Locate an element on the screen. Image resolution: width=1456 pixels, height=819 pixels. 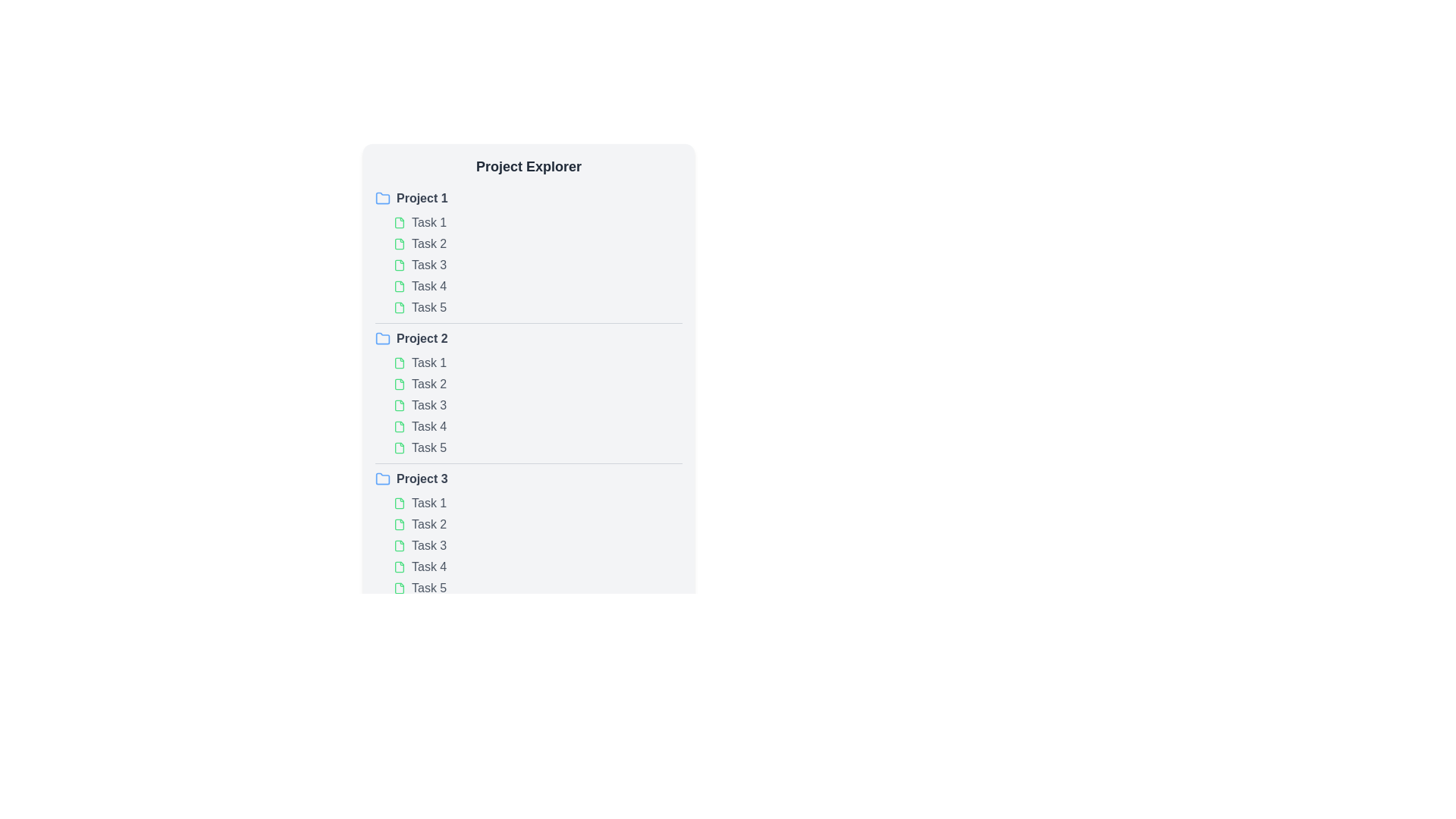
the list item labeled 'Task 5' is located at coordinates (538, 307).